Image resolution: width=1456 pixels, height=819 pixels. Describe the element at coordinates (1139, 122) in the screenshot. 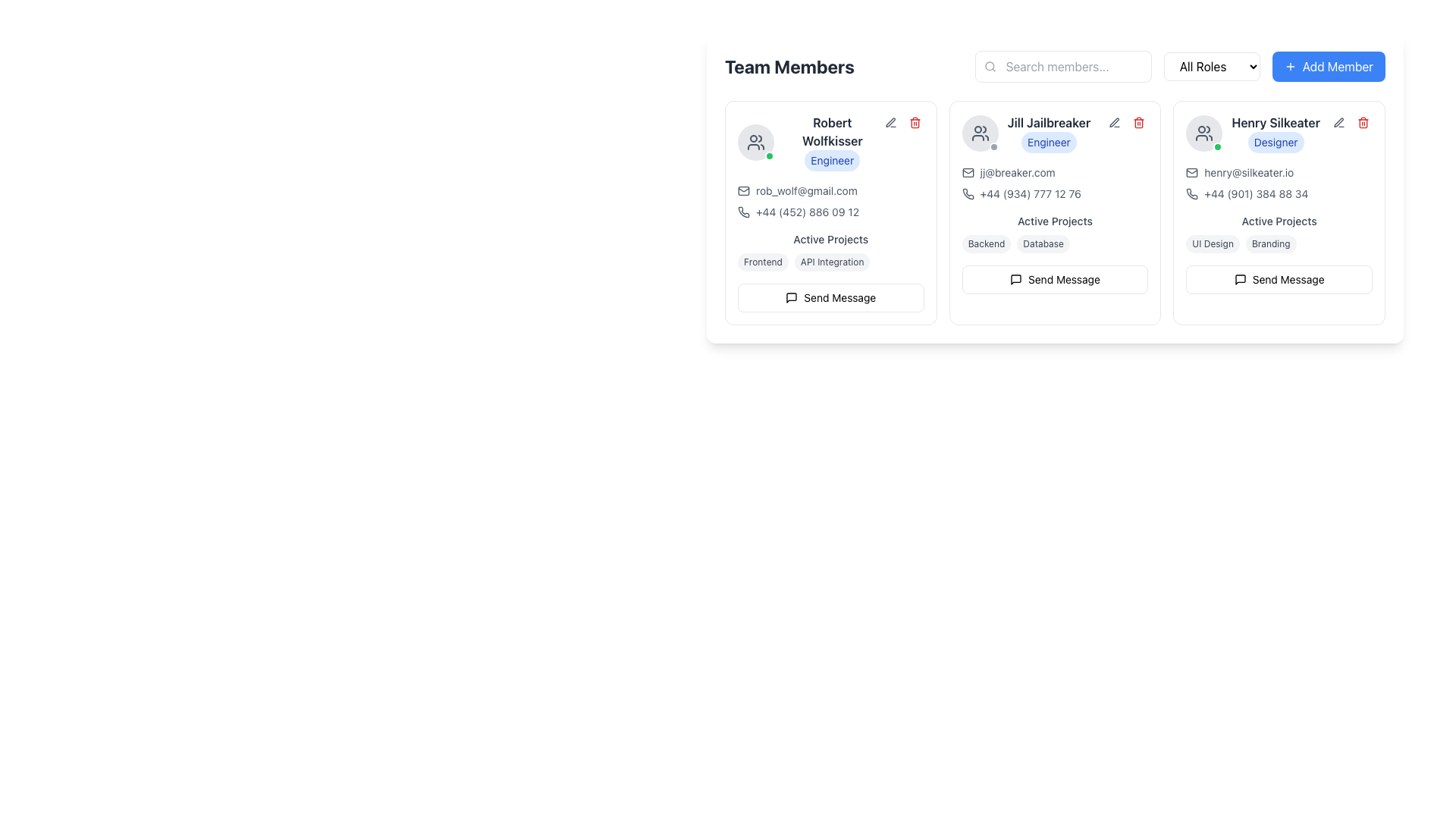

I see `the delete icon button located in the top-right corner of Jill Jailbreaker's user card` at that location.